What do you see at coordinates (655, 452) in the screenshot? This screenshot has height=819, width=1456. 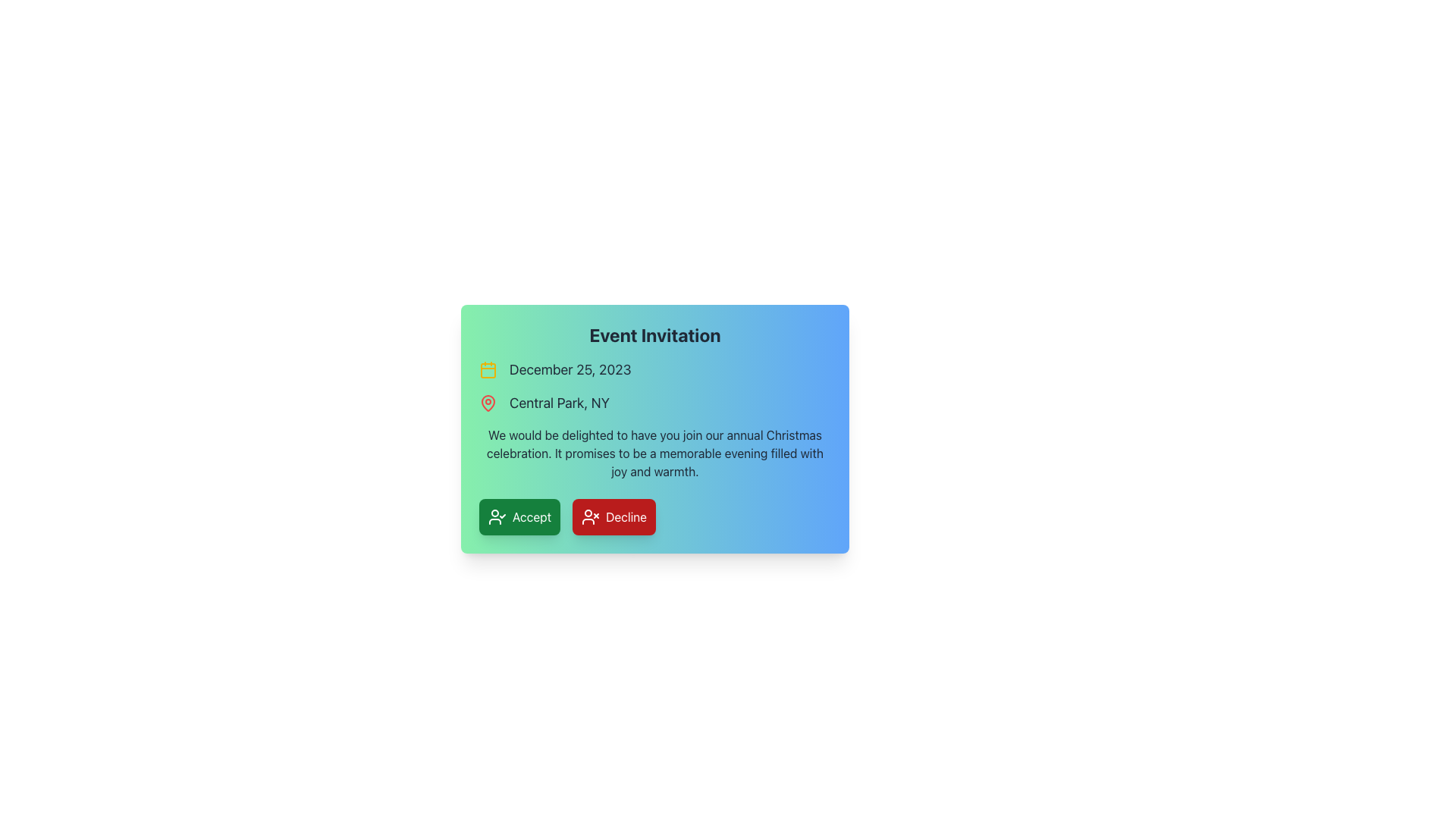 I see `detailed information provided in the multiline informational text block located below 'Central Park, NY' and above the 'Accept' and 'Decline' buttons` at bounding box center [655, 452].